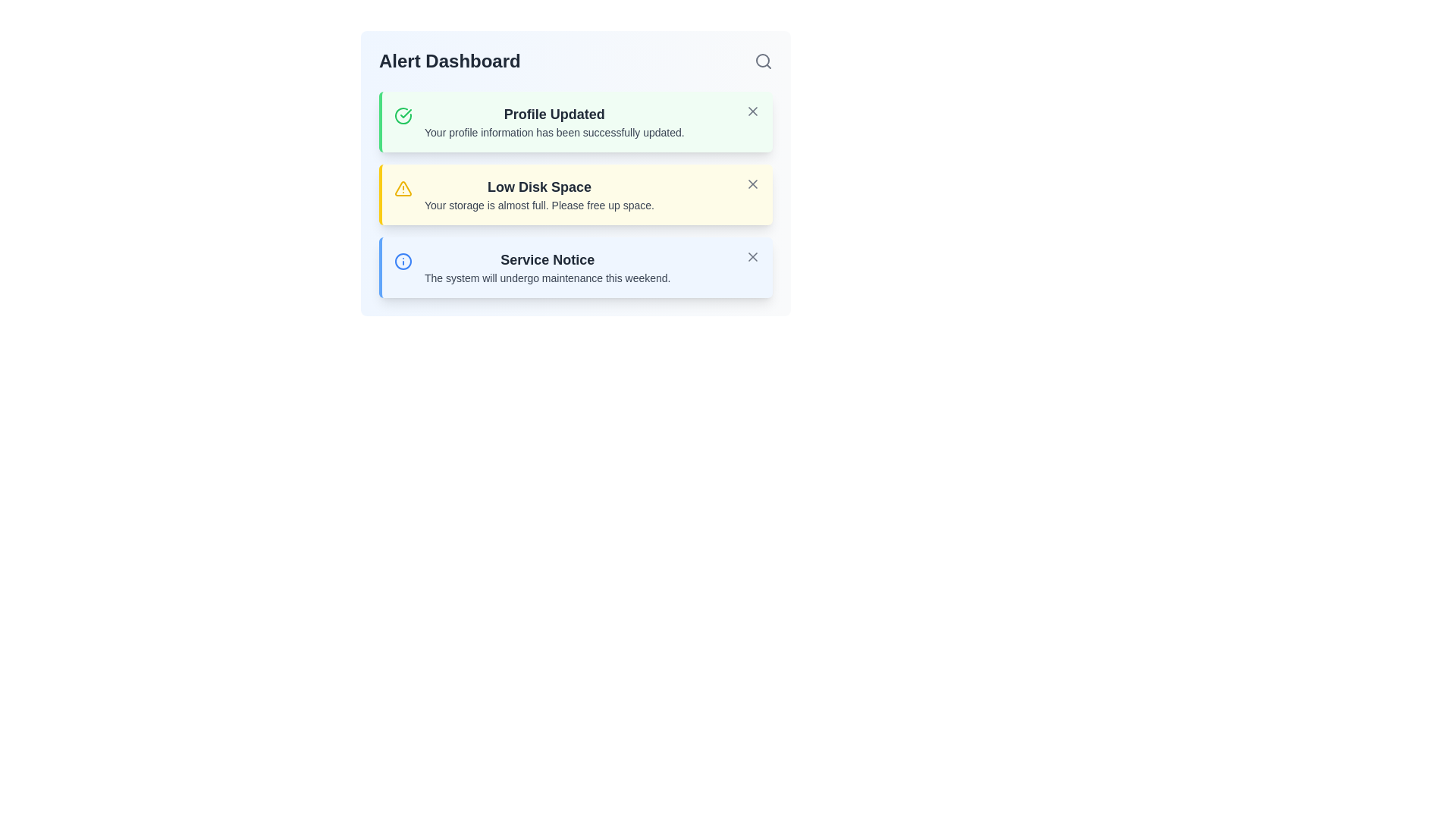 The image size is (1456, 819). What do you see at coordinates (554, 131) in the screenshot?
I see `the informational text element that conveys feedback for successful profile updates, located in the 'Profile Updated' notification section, below the title 'Profile Updated'` at bounding box center [554, 131].